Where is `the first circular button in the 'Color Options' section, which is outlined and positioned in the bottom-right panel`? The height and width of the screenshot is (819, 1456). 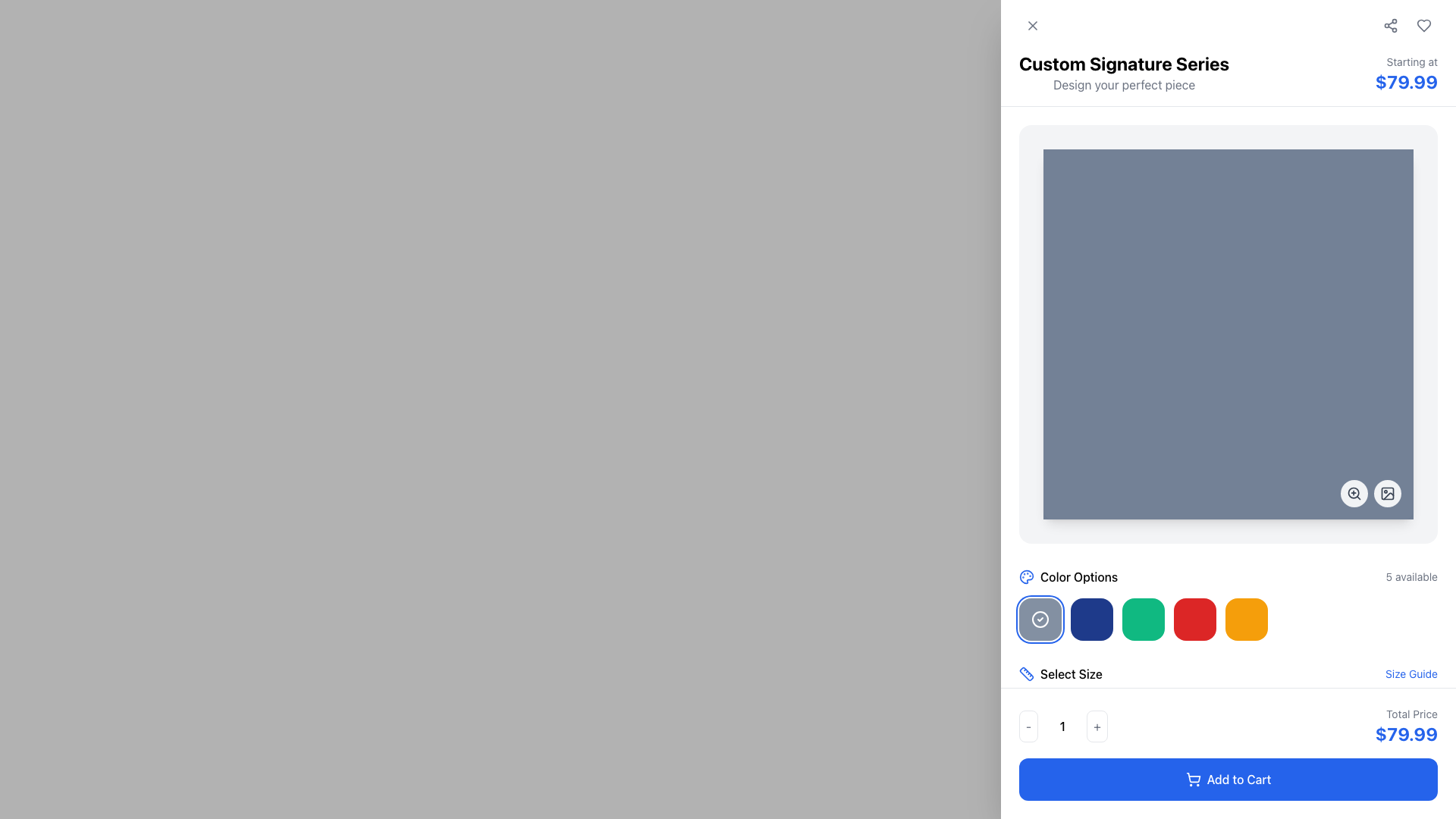 the first circular button in the 'Color Options' section, which is outlined and positioned in the bottom-right panel is located at coordinates (1040, 620).